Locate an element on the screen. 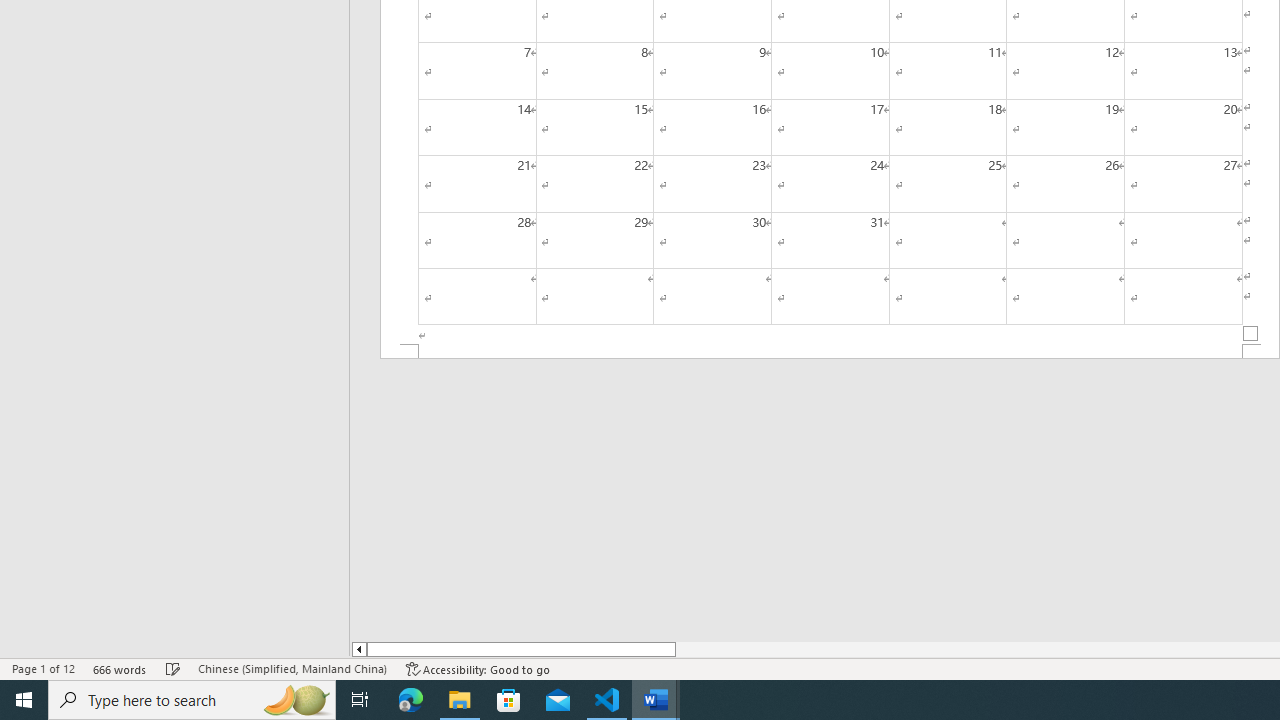 The width and height of the screenshot is (1280, 720). 'Footer -Section 1-' is located at coordinates (830, 350).